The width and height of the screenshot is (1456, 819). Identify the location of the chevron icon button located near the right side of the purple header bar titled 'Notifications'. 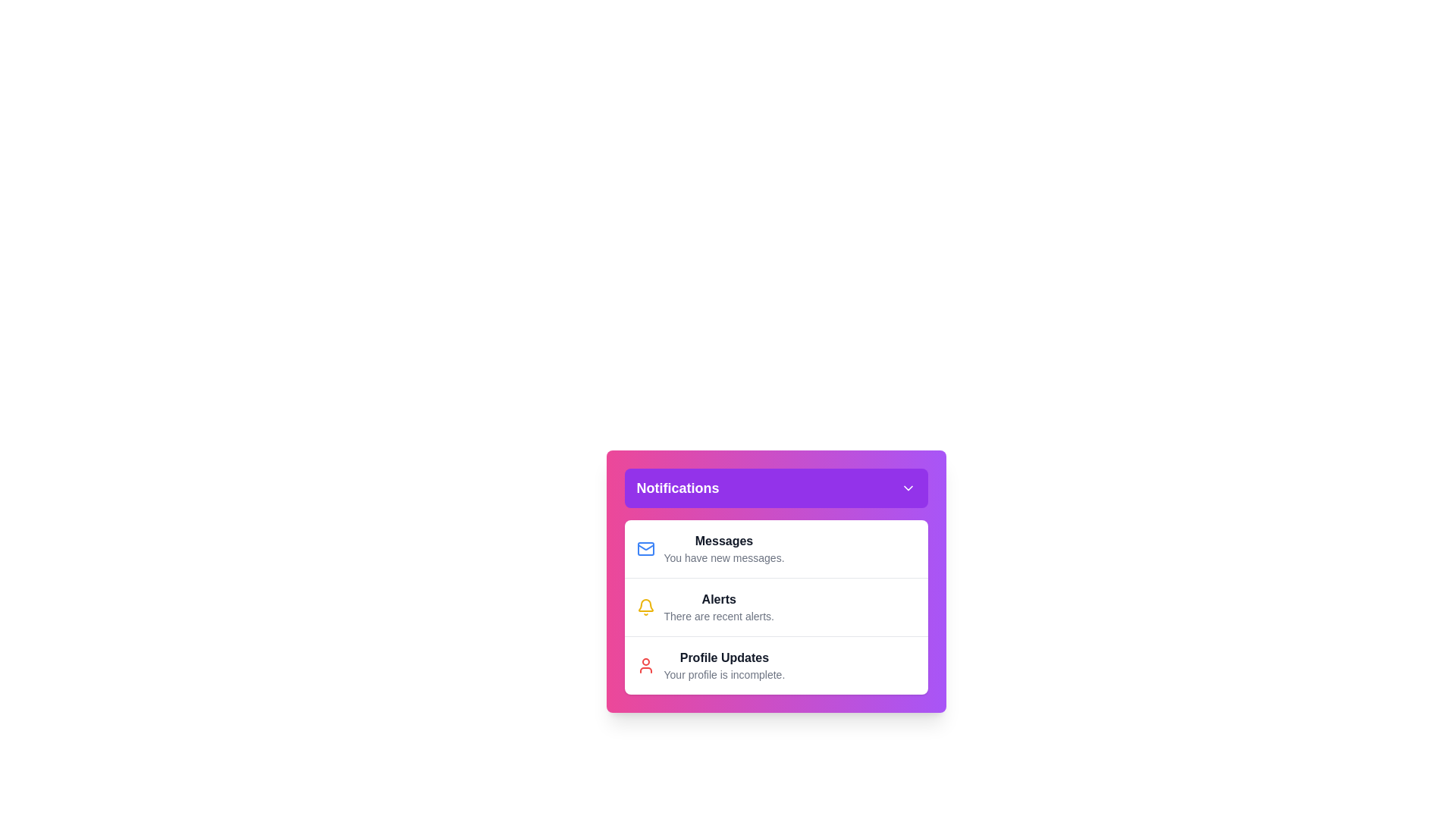
(908, 488).